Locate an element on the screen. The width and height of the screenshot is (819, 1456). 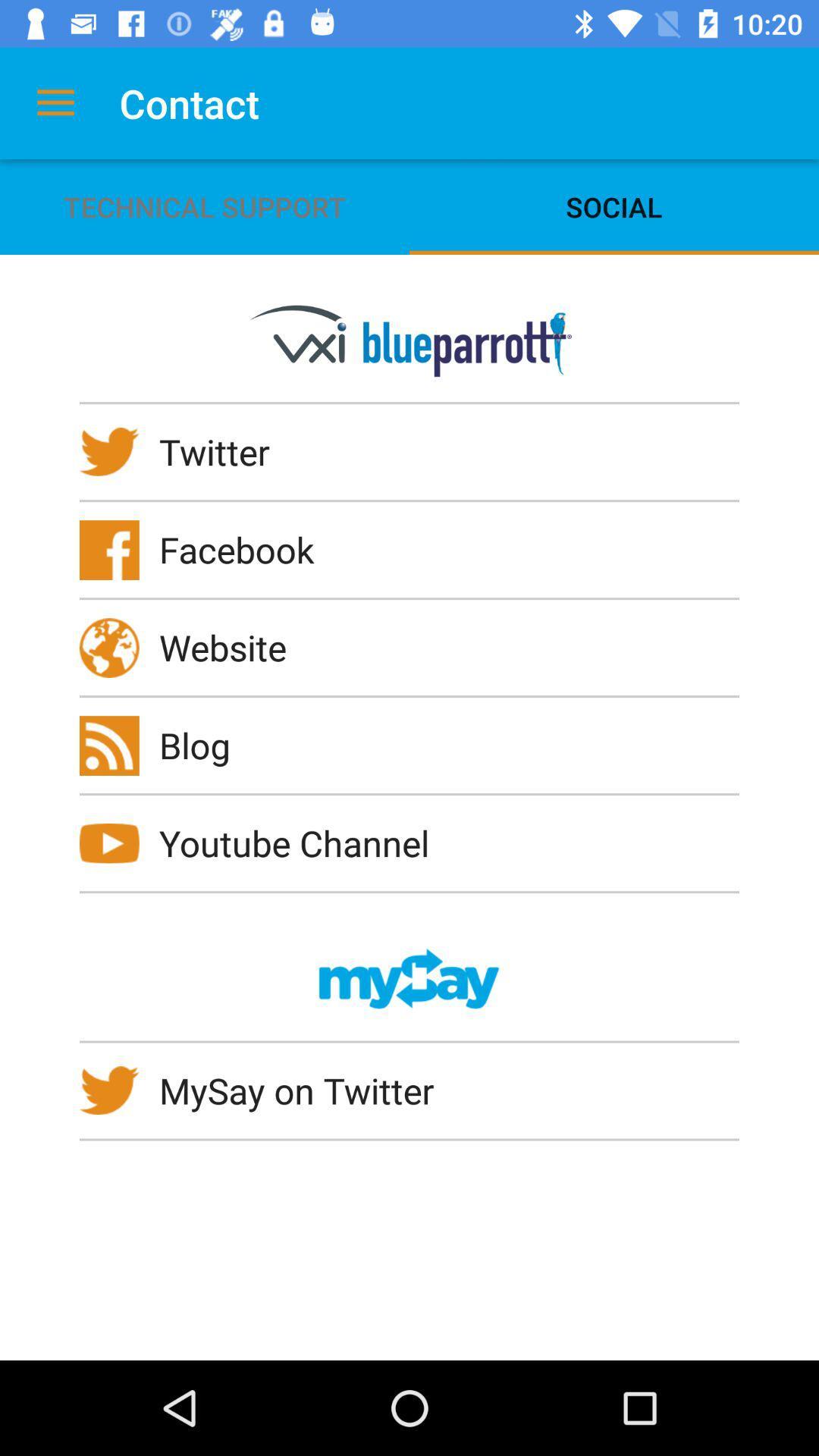
the youtube channel icon is located at coordinates (304, 842).